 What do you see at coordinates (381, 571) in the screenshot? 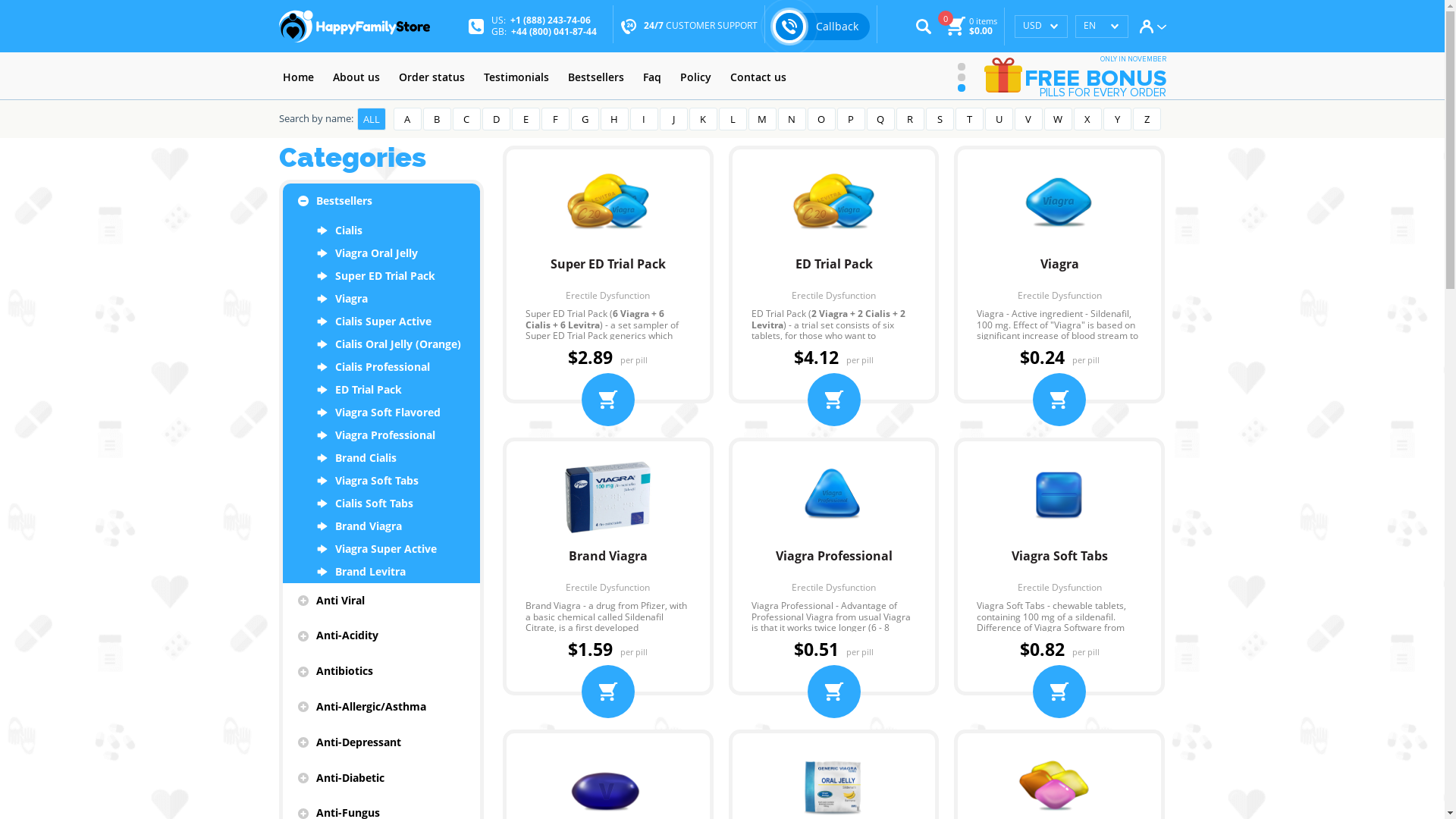
I see `'Brand Levitra'` at bounding box center [381, 571].